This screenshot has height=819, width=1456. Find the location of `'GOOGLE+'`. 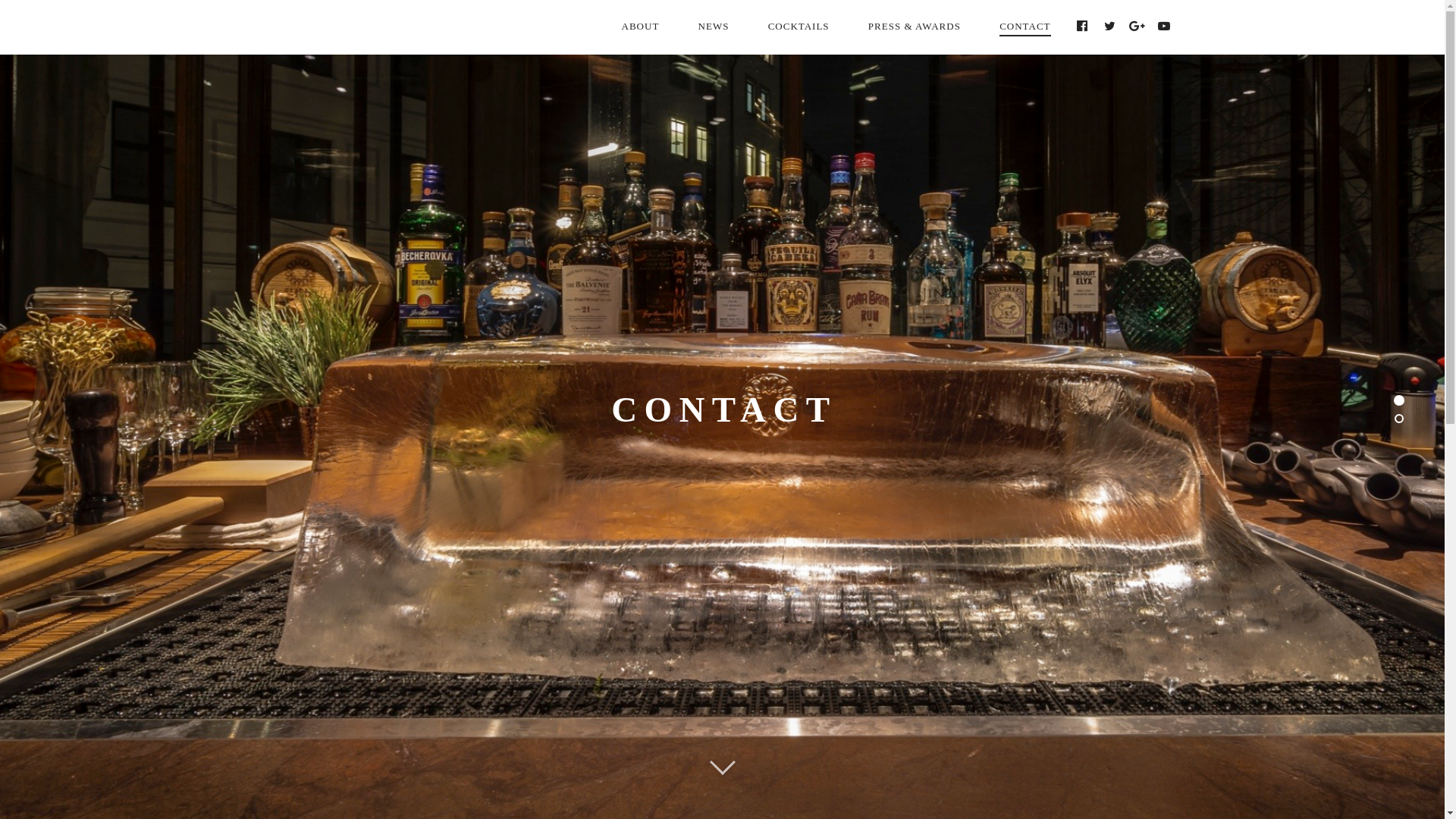

'GOOGLE+' is located at coordinates (1137, 26).